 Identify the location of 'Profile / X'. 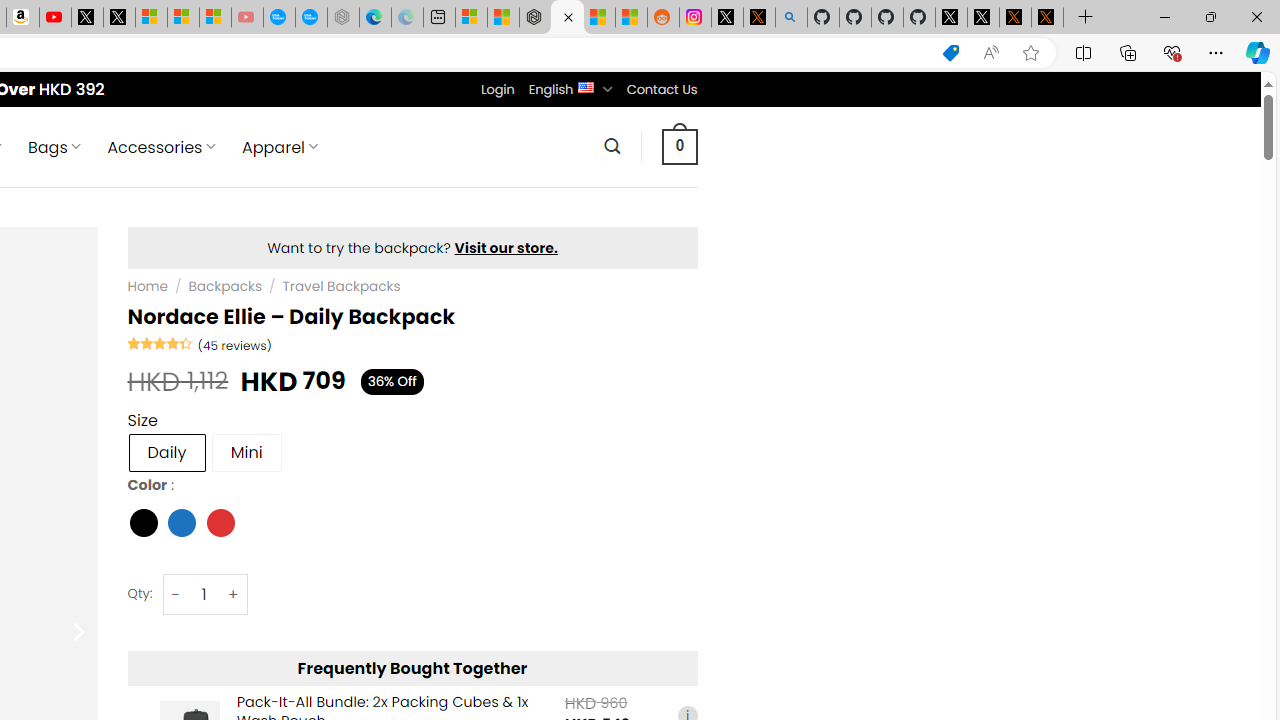
(950, 17).